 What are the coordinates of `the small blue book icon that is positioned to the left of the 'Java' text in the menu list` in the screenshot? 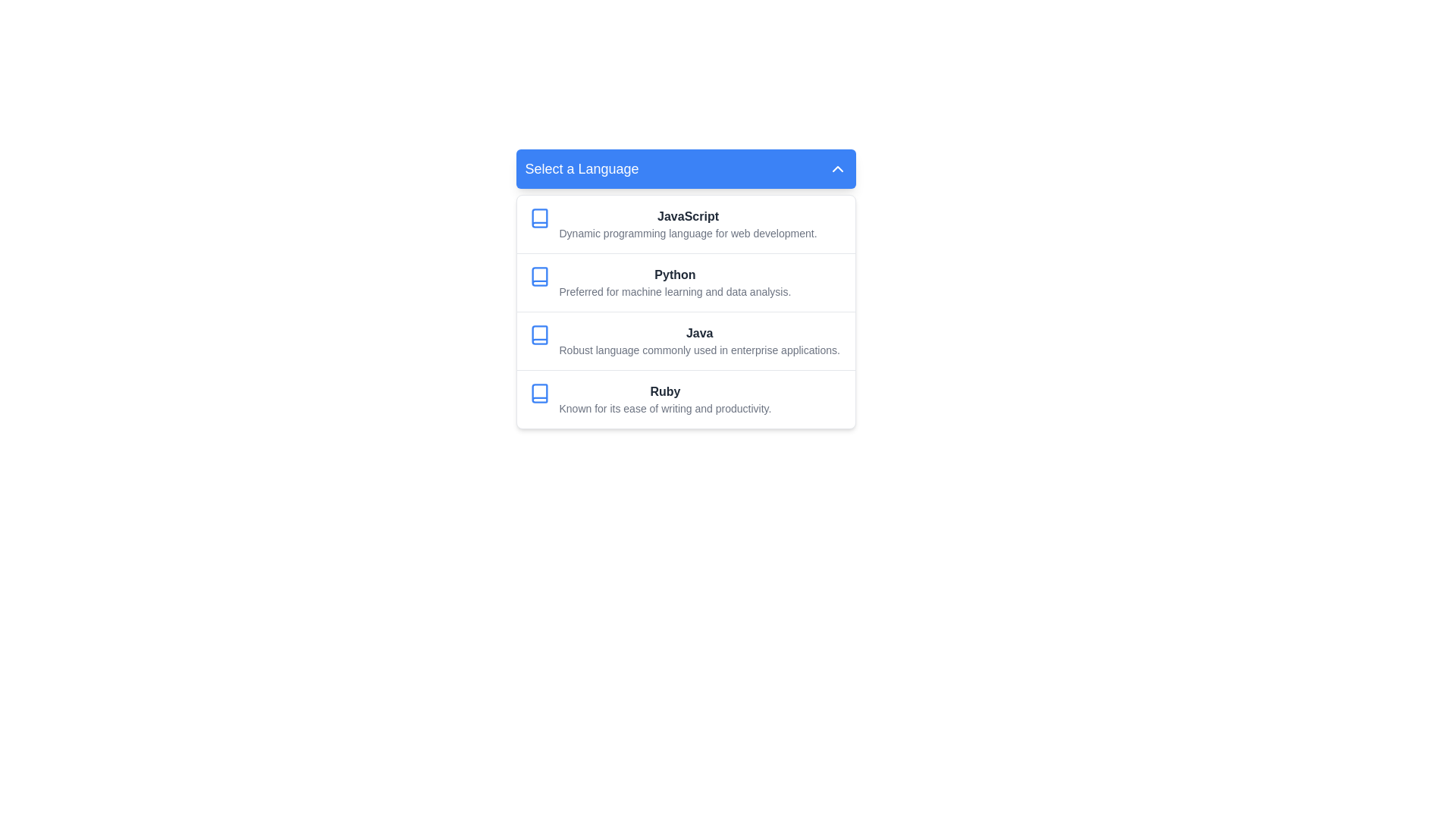 It's located at (539, 334).